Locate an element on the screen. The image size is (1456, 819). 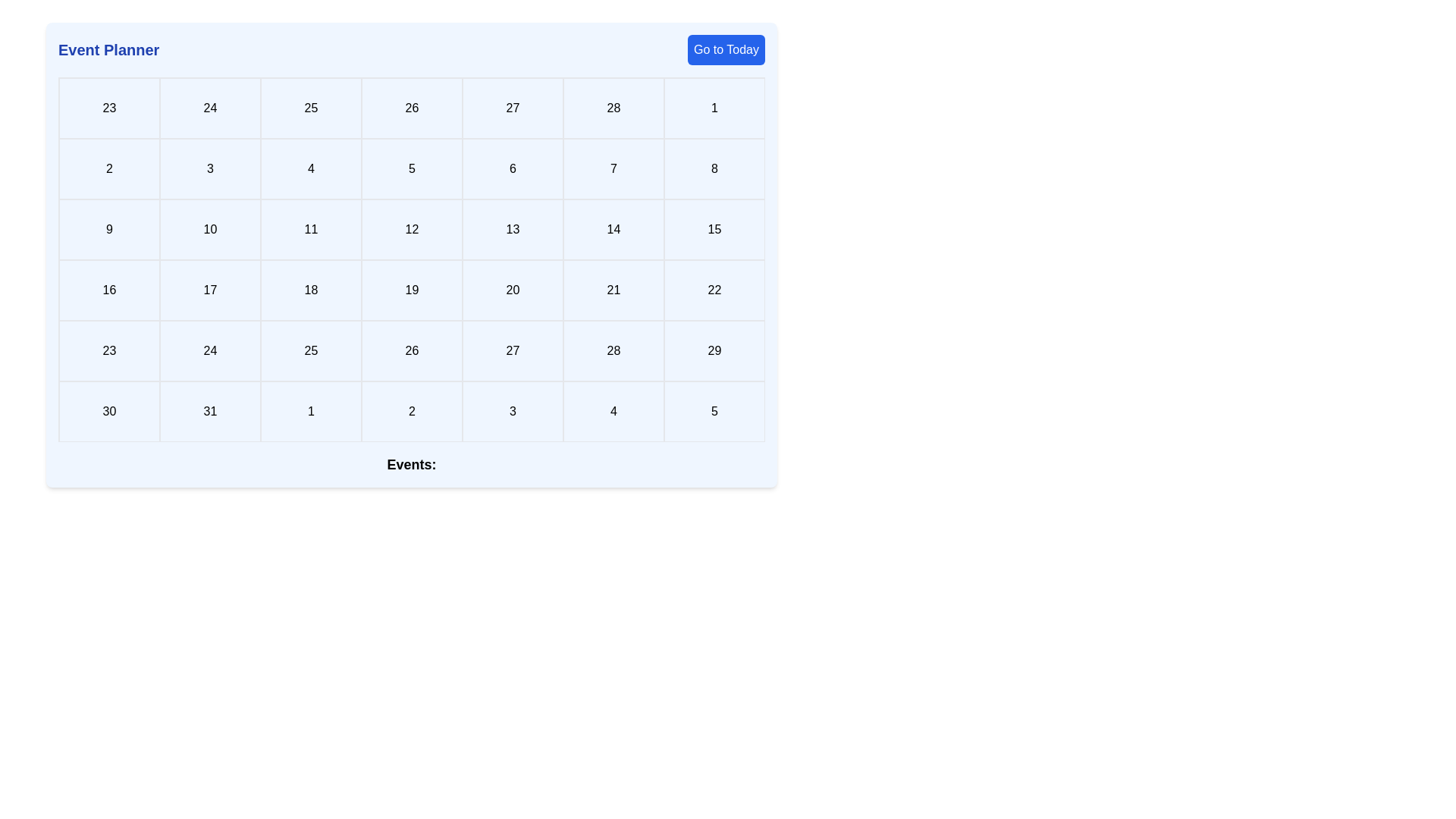
the Calendar day cell displaying the number '14' is located at coordinates (613, 230).